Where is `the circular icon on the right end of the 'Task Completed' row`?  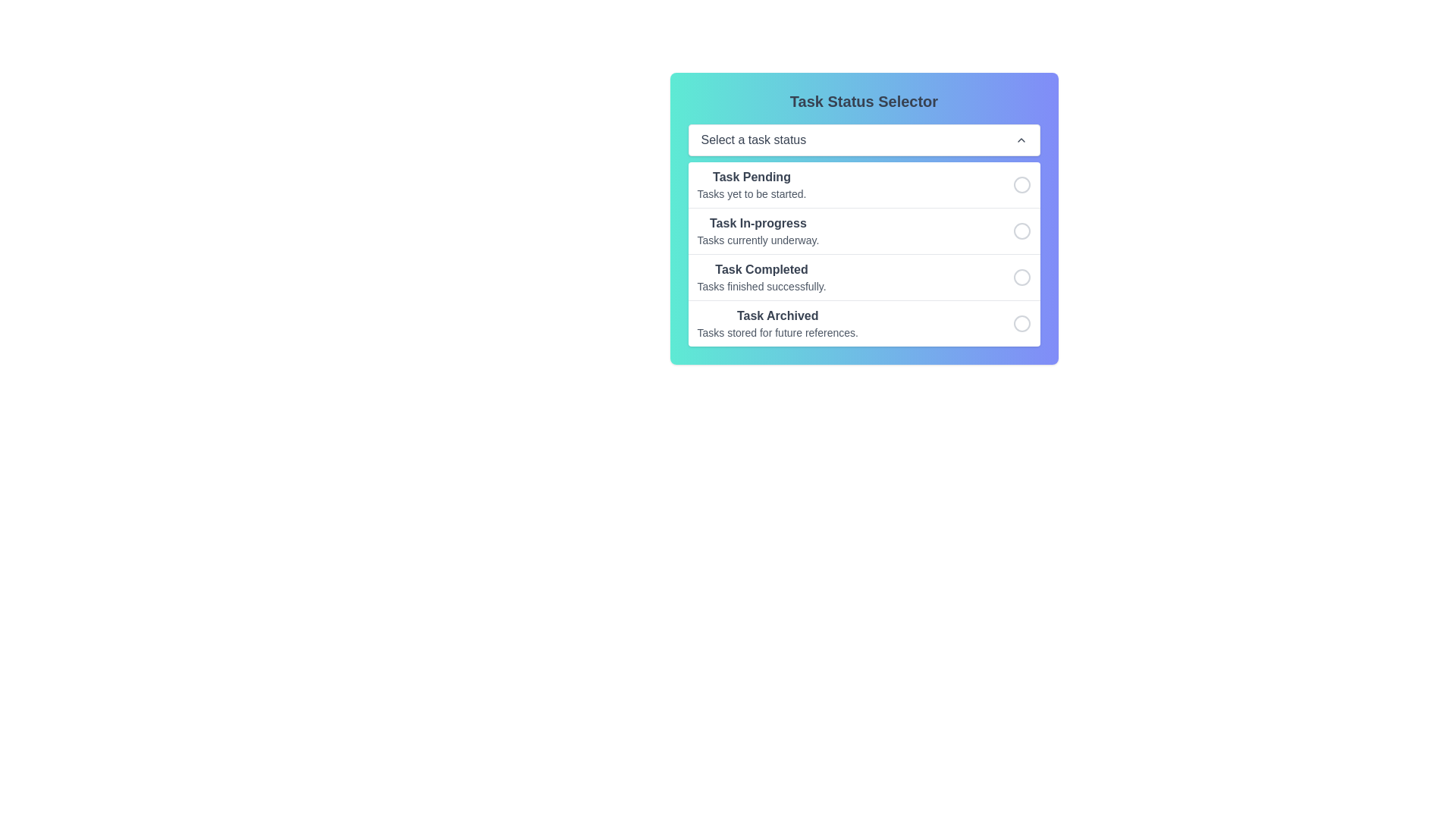
the circular icon on the right end of the 'Task Completed' row is located at coordinates (1021, 278).